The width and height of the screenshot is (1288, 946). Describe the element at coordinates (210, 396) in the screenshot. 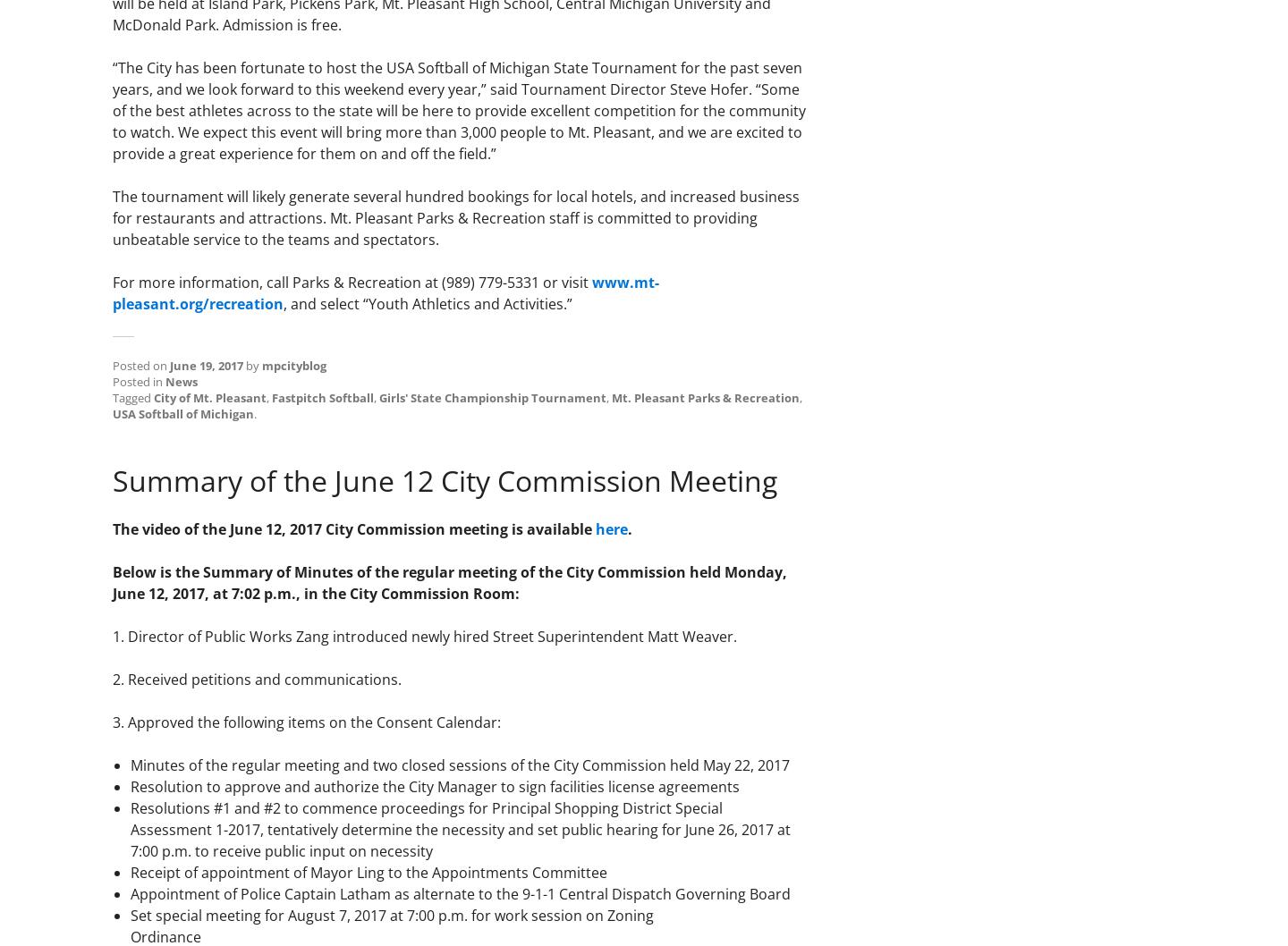

I see `'City of Mt. Pleasant'` at that location.